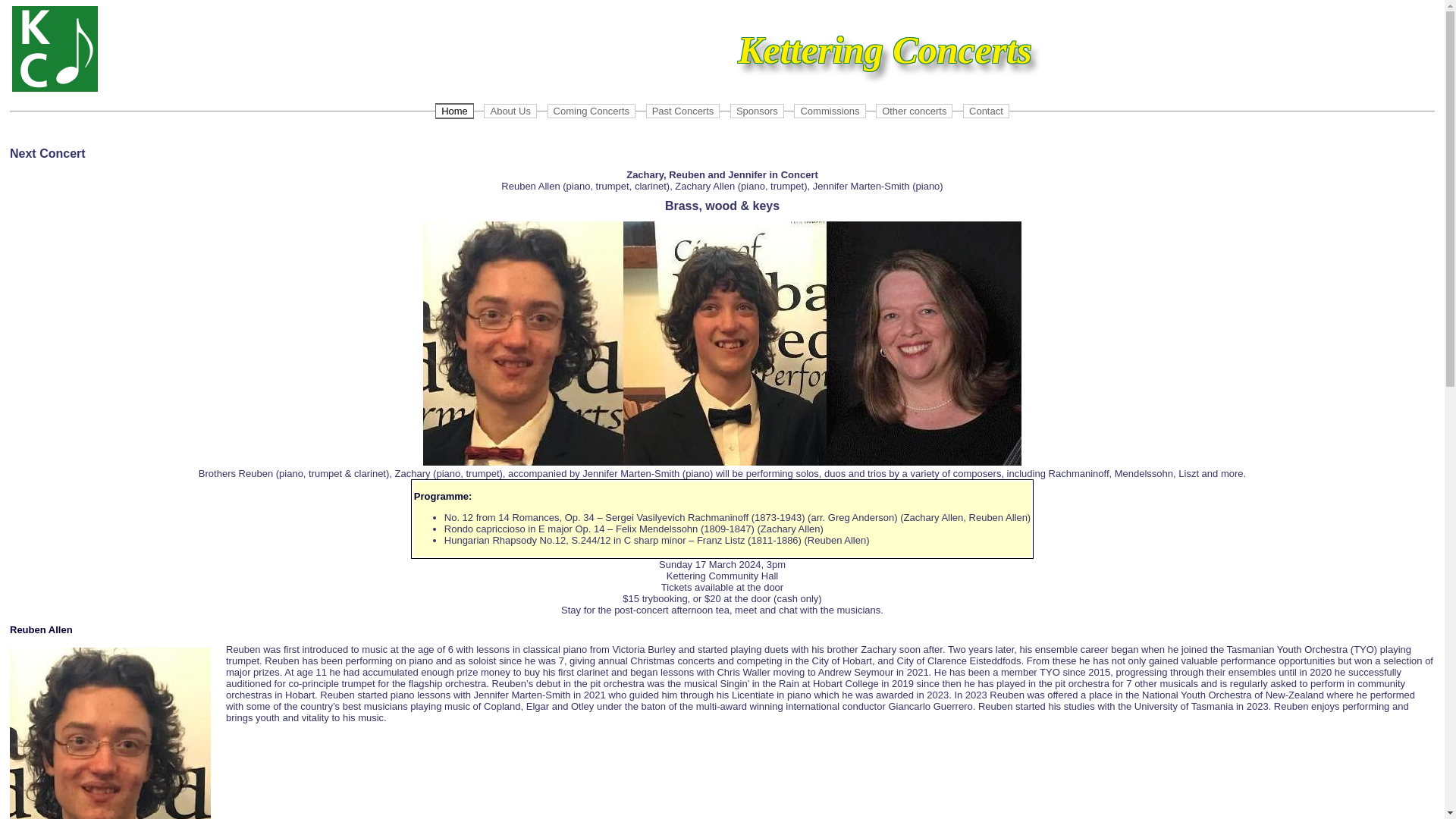 The width and height of the screenshot is (1456, 819). What do you see at coordinates (645, 110) in the screenshot?
I see `'Past Concerts'` at bounding box center [645, 110].